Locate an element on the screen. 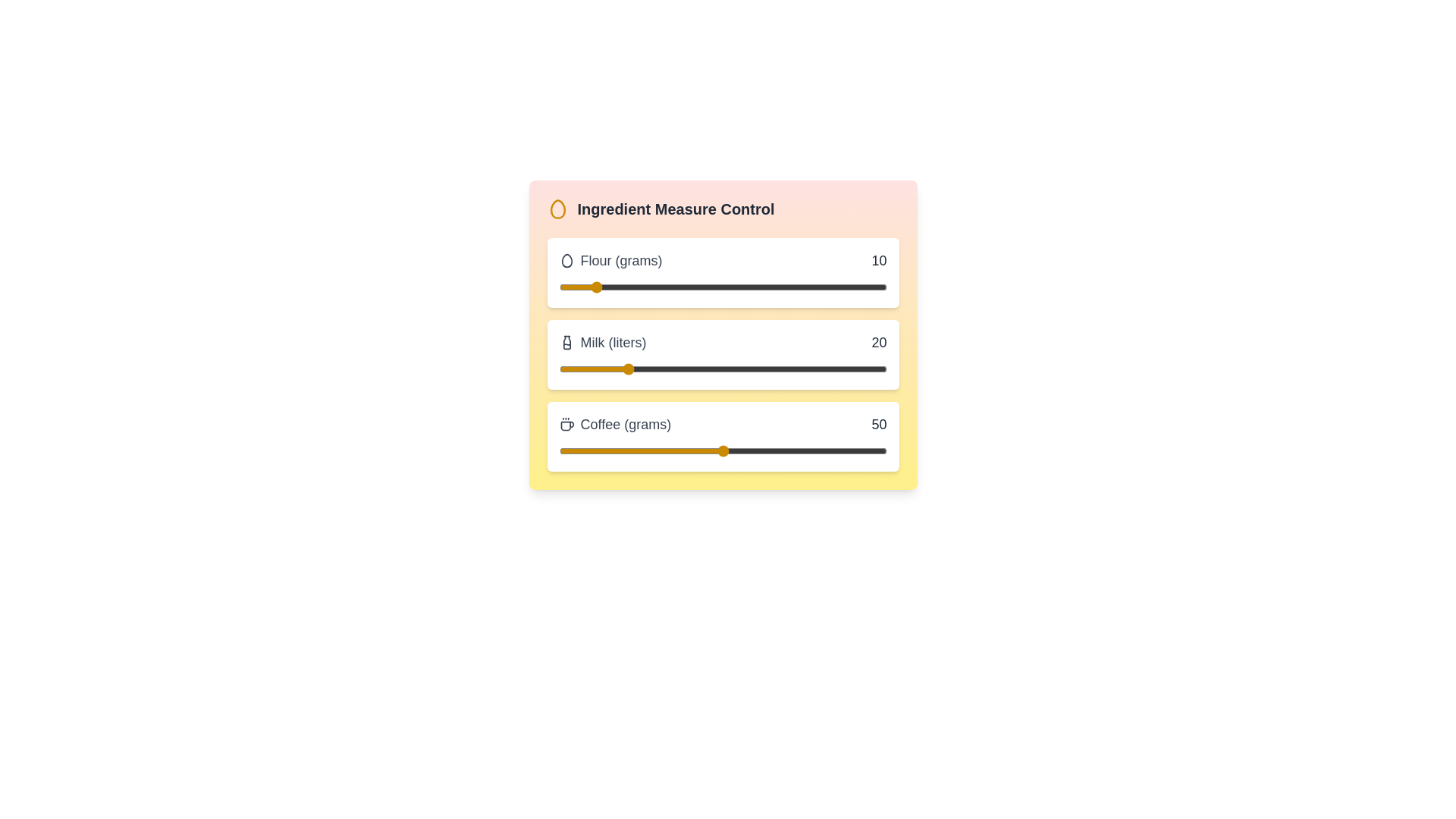  flour amount is located at coordinates (661, 287).